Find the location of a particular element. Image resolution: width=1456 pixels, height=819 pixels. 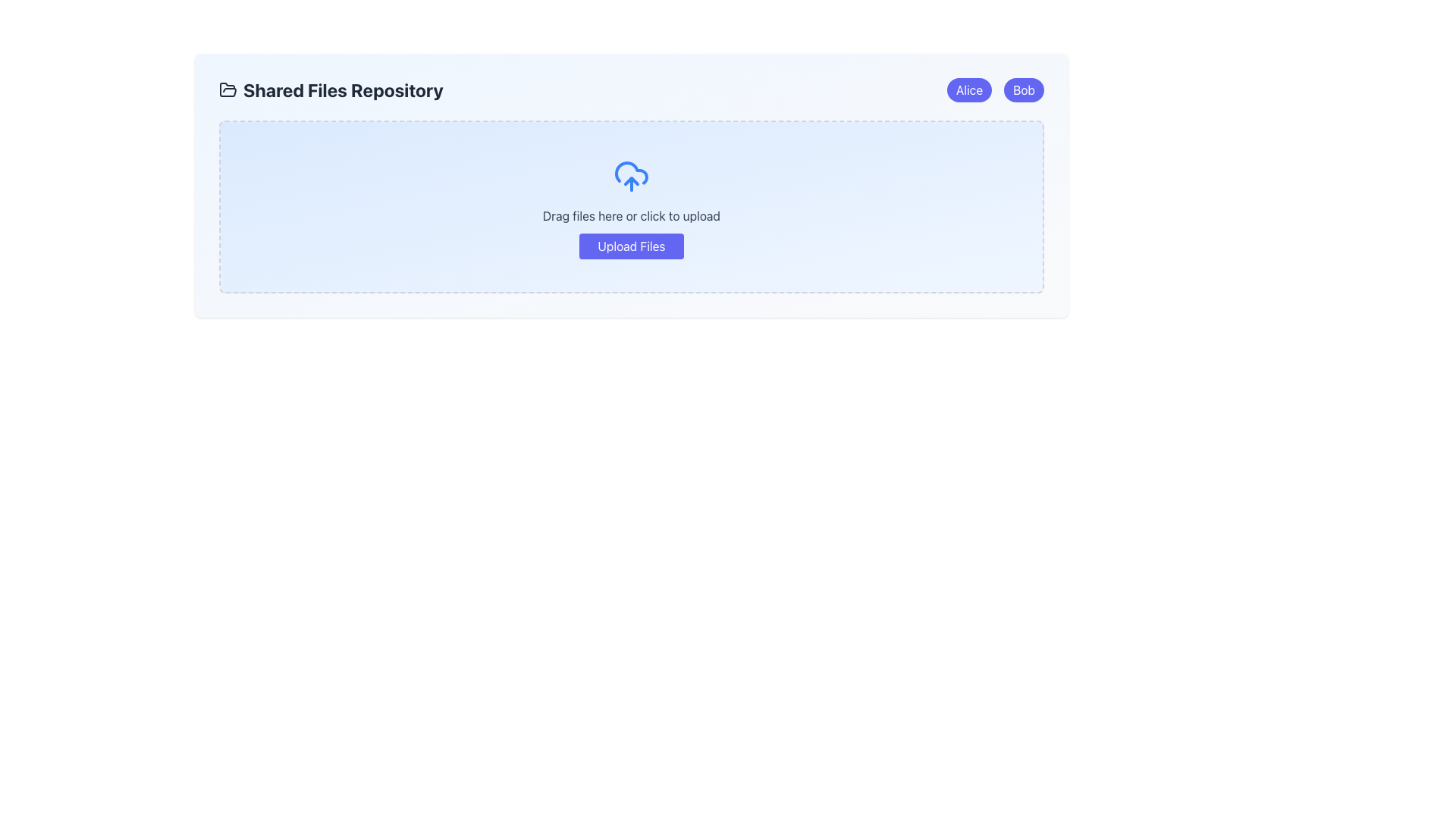

the visual representation of the open folder icon located to the immediate left of the text 'Shared Files Repository' in the header is located at coordinates (227, 90).